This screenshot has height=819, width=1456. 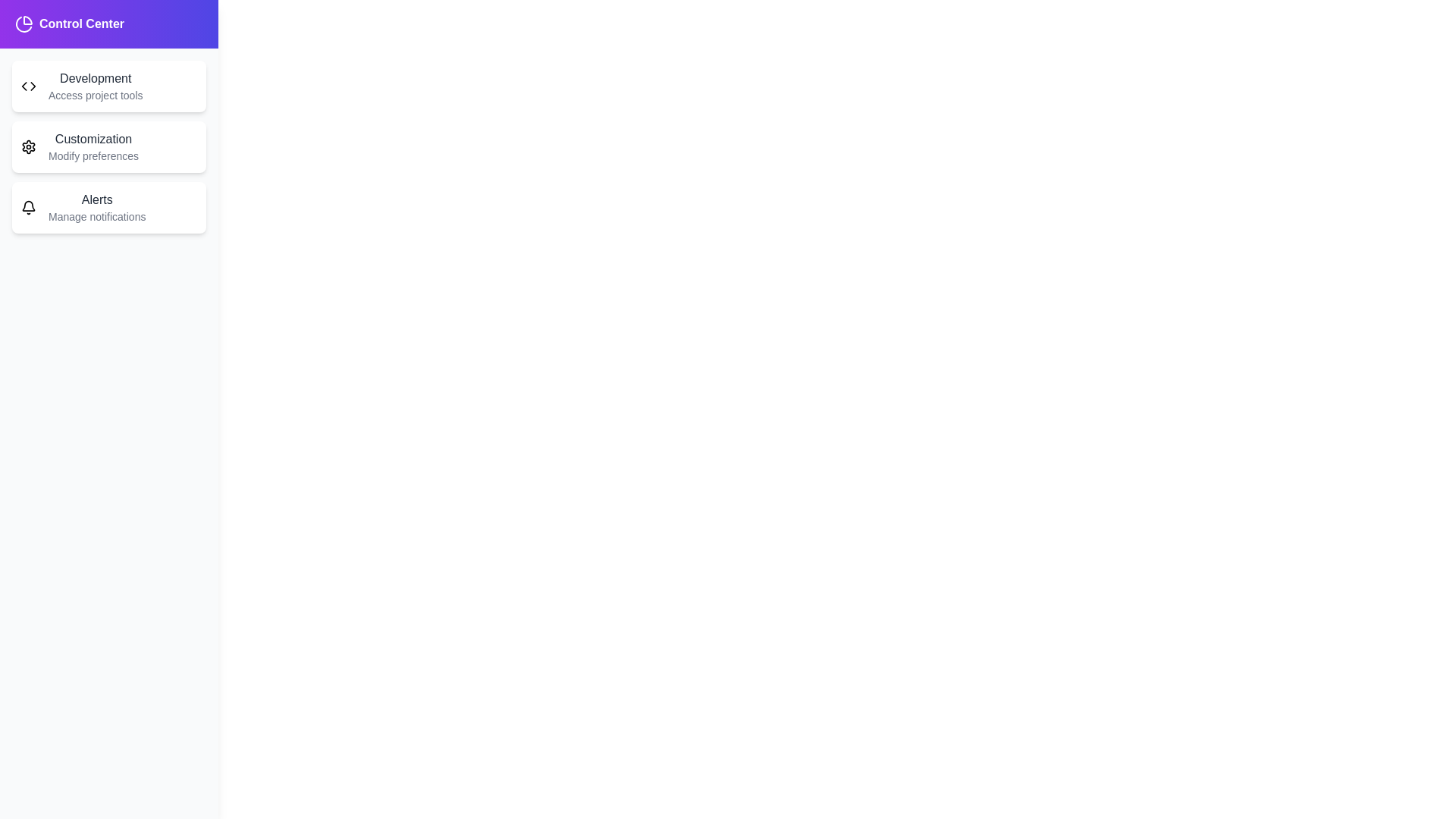 What do you see at coordinates (108, 86) in the screenshot?
I see `the menu item Development in the drawer` at bounding box center [108, 86].